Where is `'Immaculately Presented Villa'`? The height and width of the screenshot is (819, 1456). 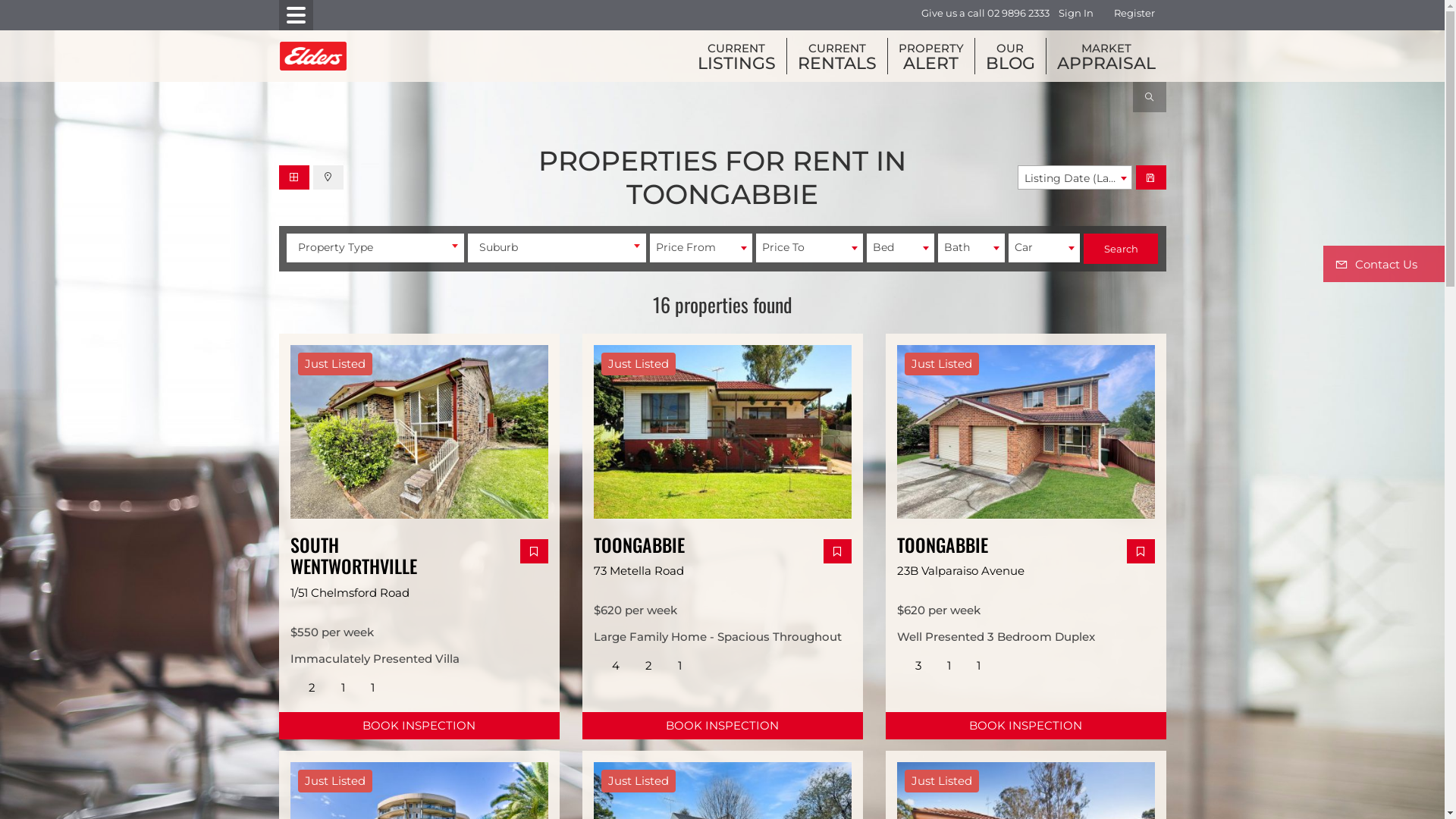 'Immaculately Presented Villa' is located at coordinates (374, 657).